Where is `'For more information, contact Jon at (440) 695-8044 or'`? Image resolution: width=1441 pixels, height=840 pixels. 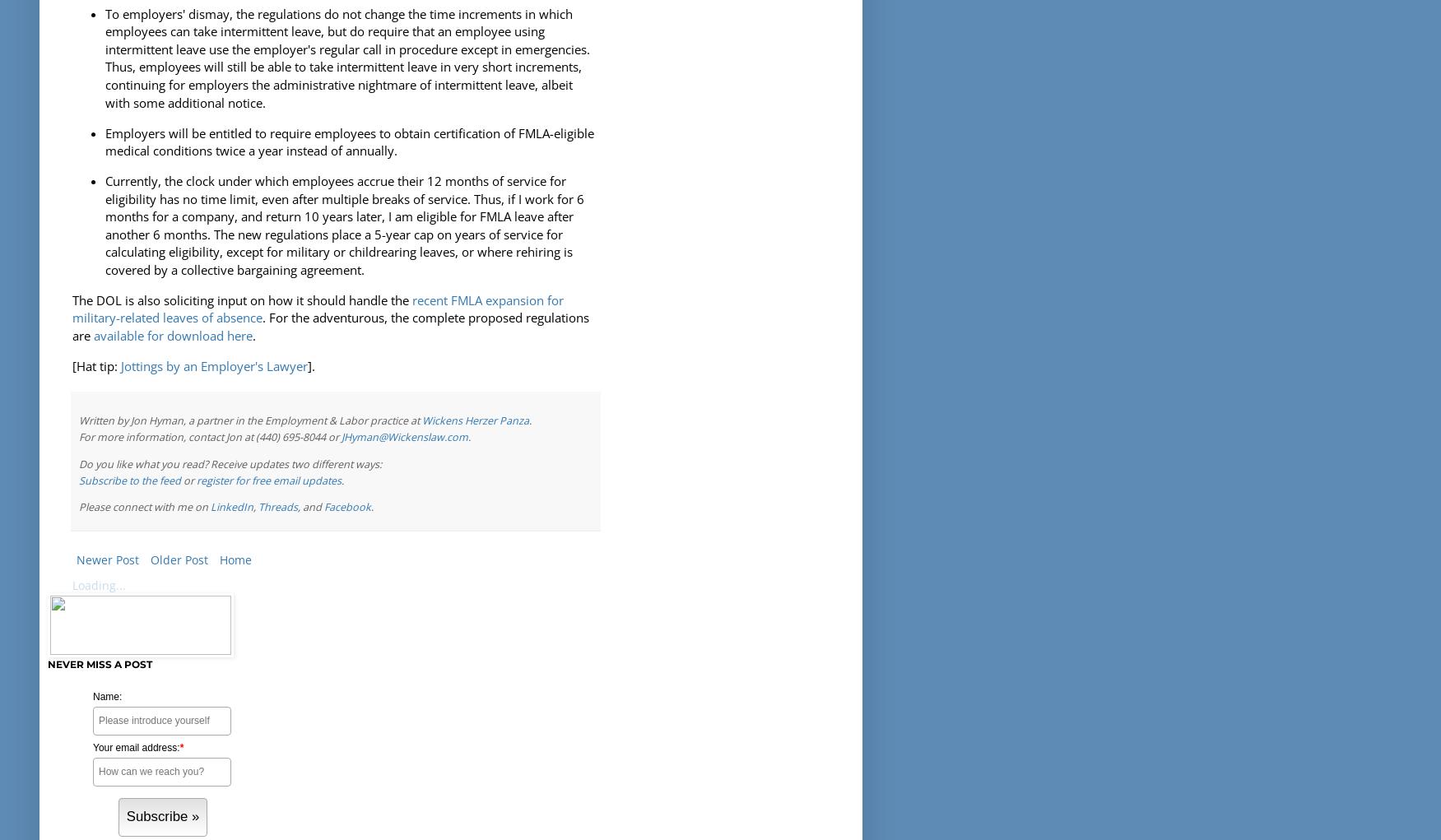
'For more information, contact Jon at (440) 695-8044 or' is located at coordinates (209, 436).